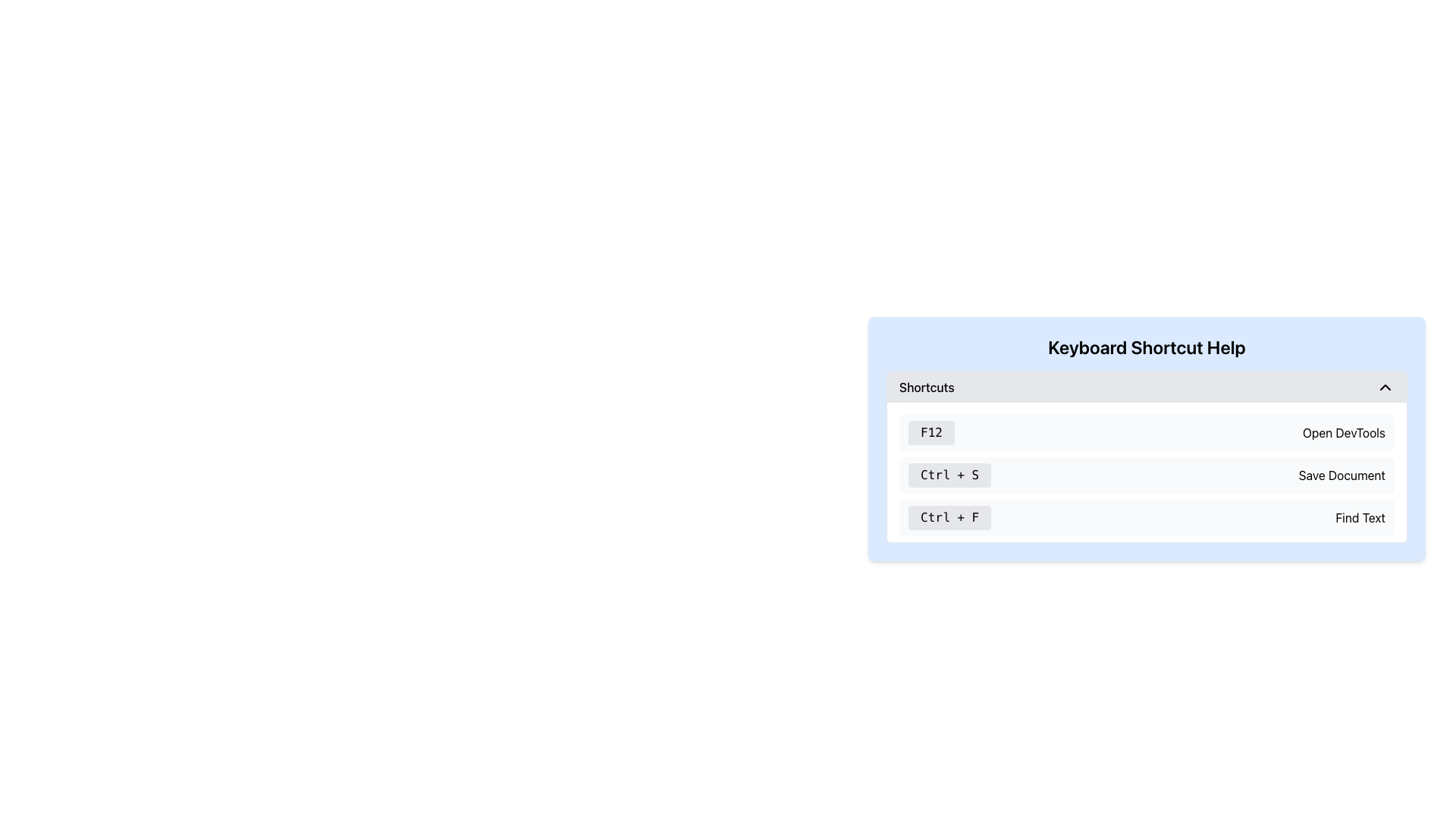  I want to click on the 'F12' button, a small rectangular button with rounded corners styled in light gray, located in the 'Shortcuts' section of the 'Keyboard Shortcut Help' area, so click(930, 432).